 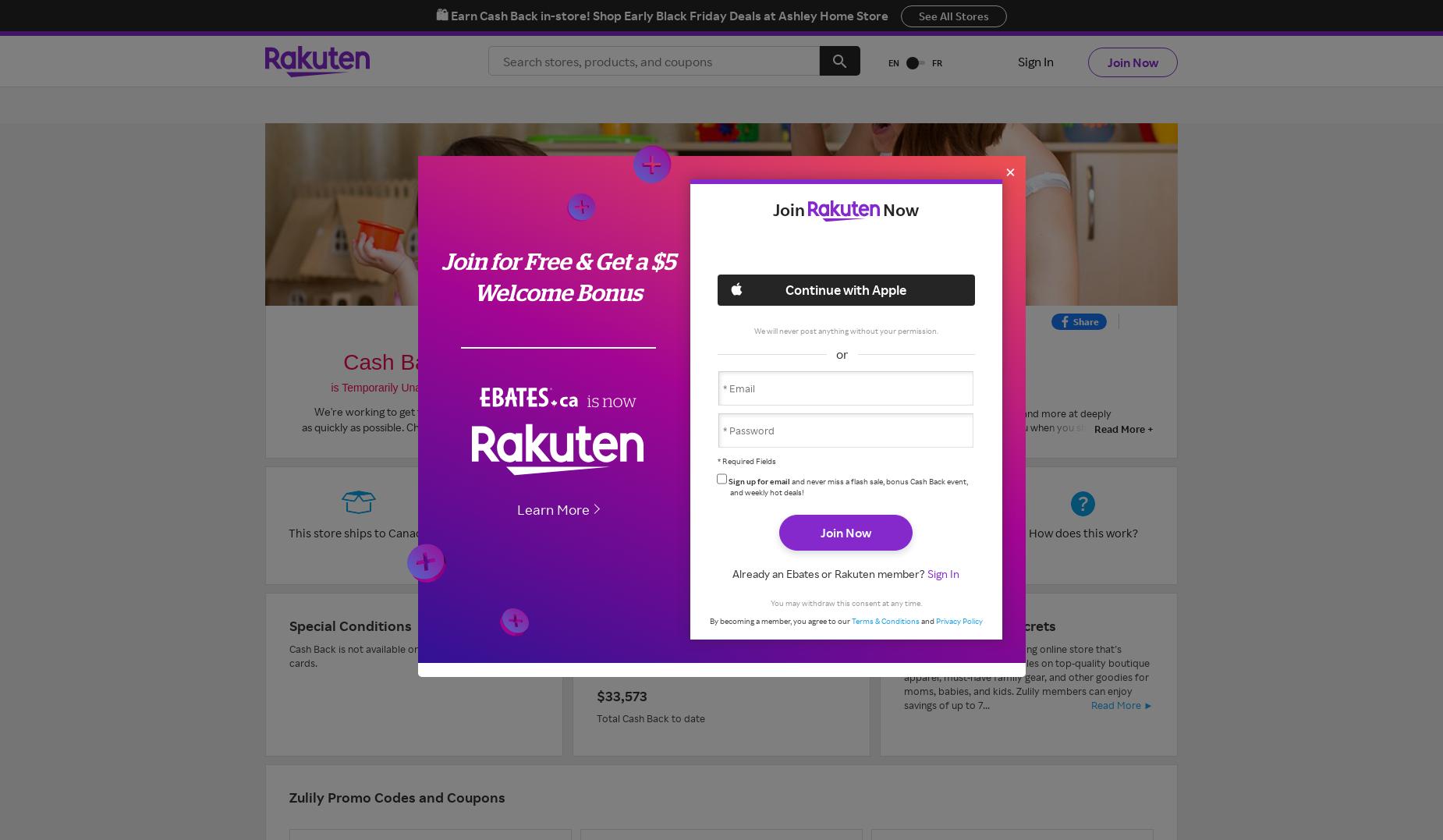 I want to click on 'Zulily Canada offers top brands in fashion, clothing, accessories, shoes, kitchen ware, bedding, home décor and more at deeply discounted prices. The brands and offerings change daily so there’s always a surprise bargain waiting for you when you shop at Zulily.', so click(x=834, y=420).